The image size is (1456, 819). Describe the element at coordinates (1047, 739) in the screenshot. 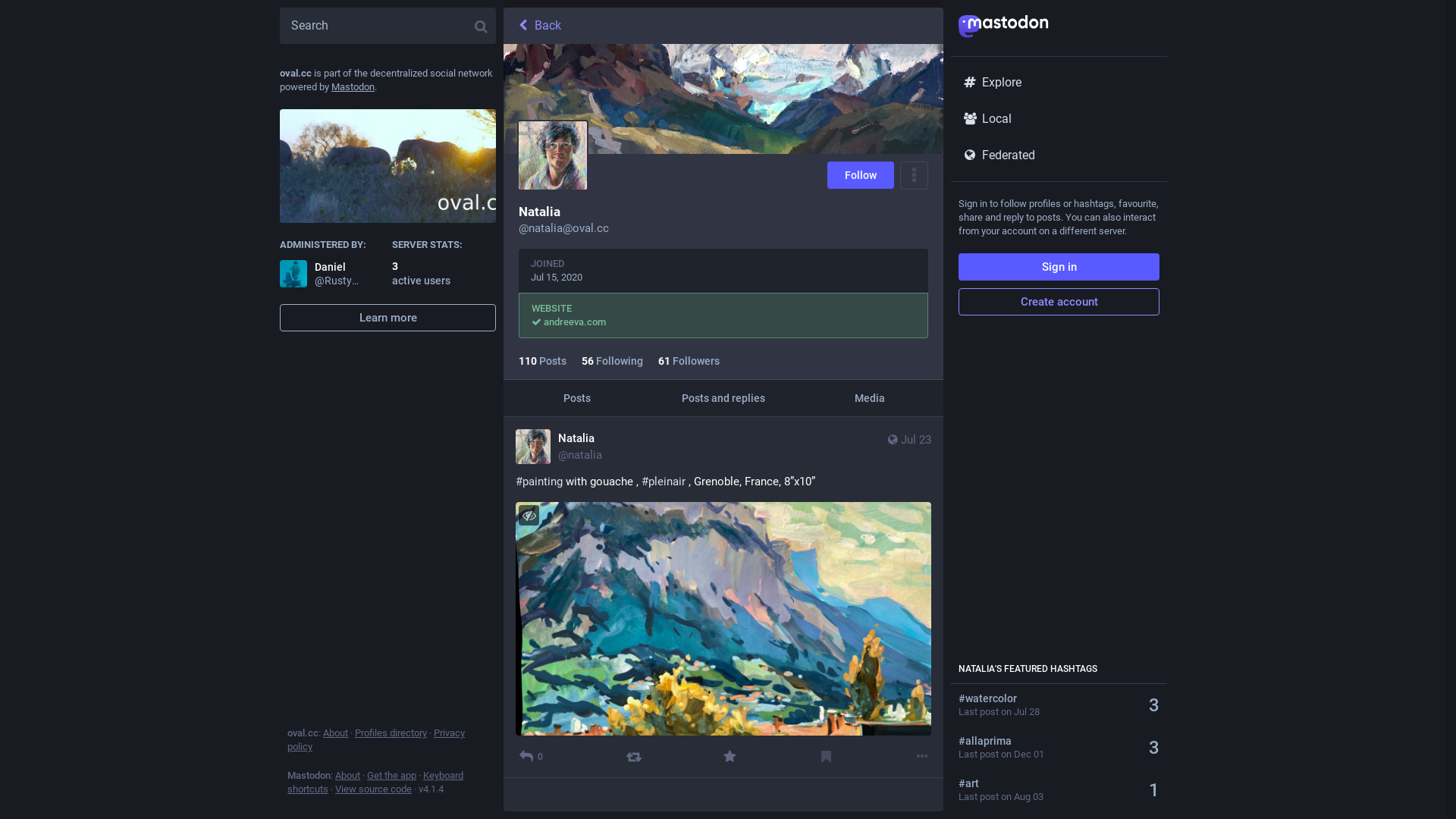

I see `'#allaprima'` at that location.